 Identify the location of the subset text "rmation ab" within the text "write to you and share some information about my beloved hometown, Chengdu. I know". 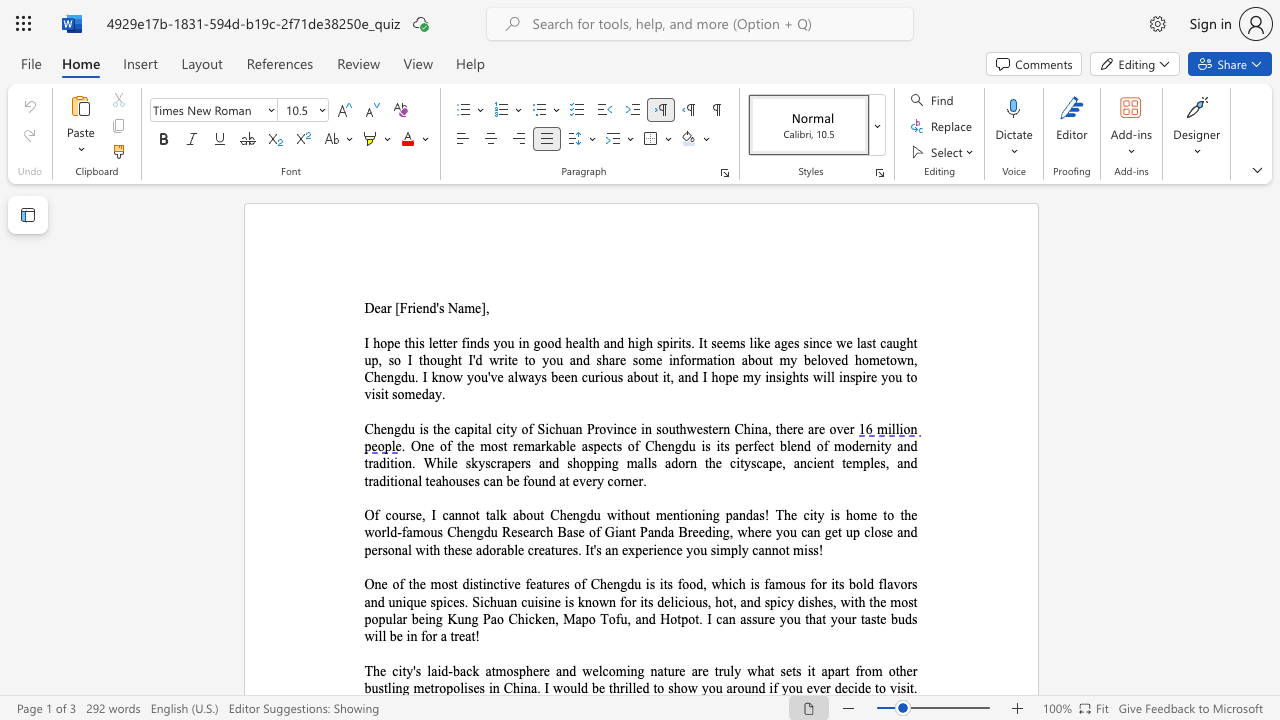
(691, 360).